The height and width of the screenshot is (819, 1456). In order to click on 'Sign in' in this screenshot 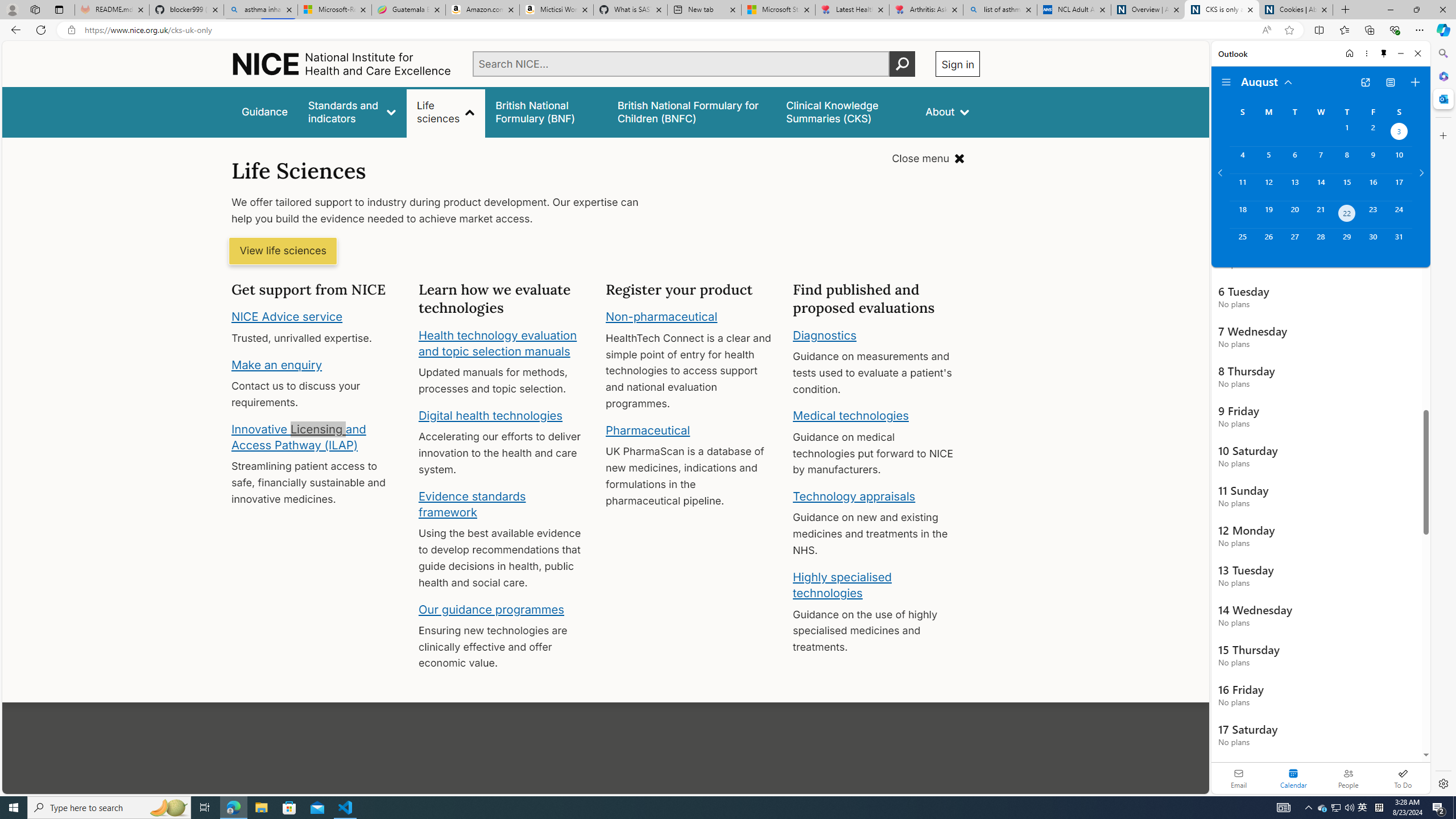, I will do `click(957, 63)`.